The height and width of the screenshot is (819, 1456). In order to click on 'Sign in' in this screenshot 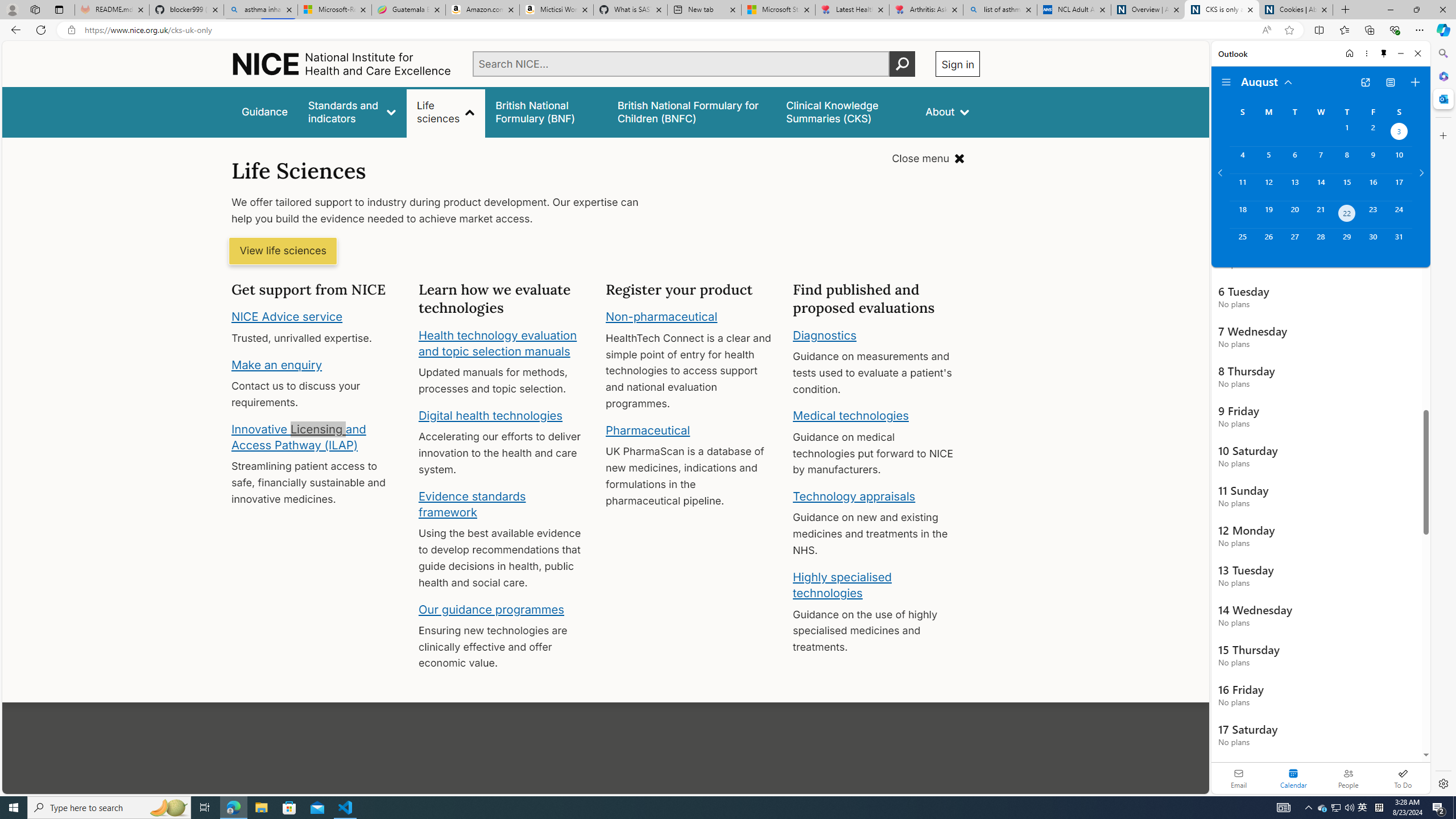, I will do `click(957, 63)`.